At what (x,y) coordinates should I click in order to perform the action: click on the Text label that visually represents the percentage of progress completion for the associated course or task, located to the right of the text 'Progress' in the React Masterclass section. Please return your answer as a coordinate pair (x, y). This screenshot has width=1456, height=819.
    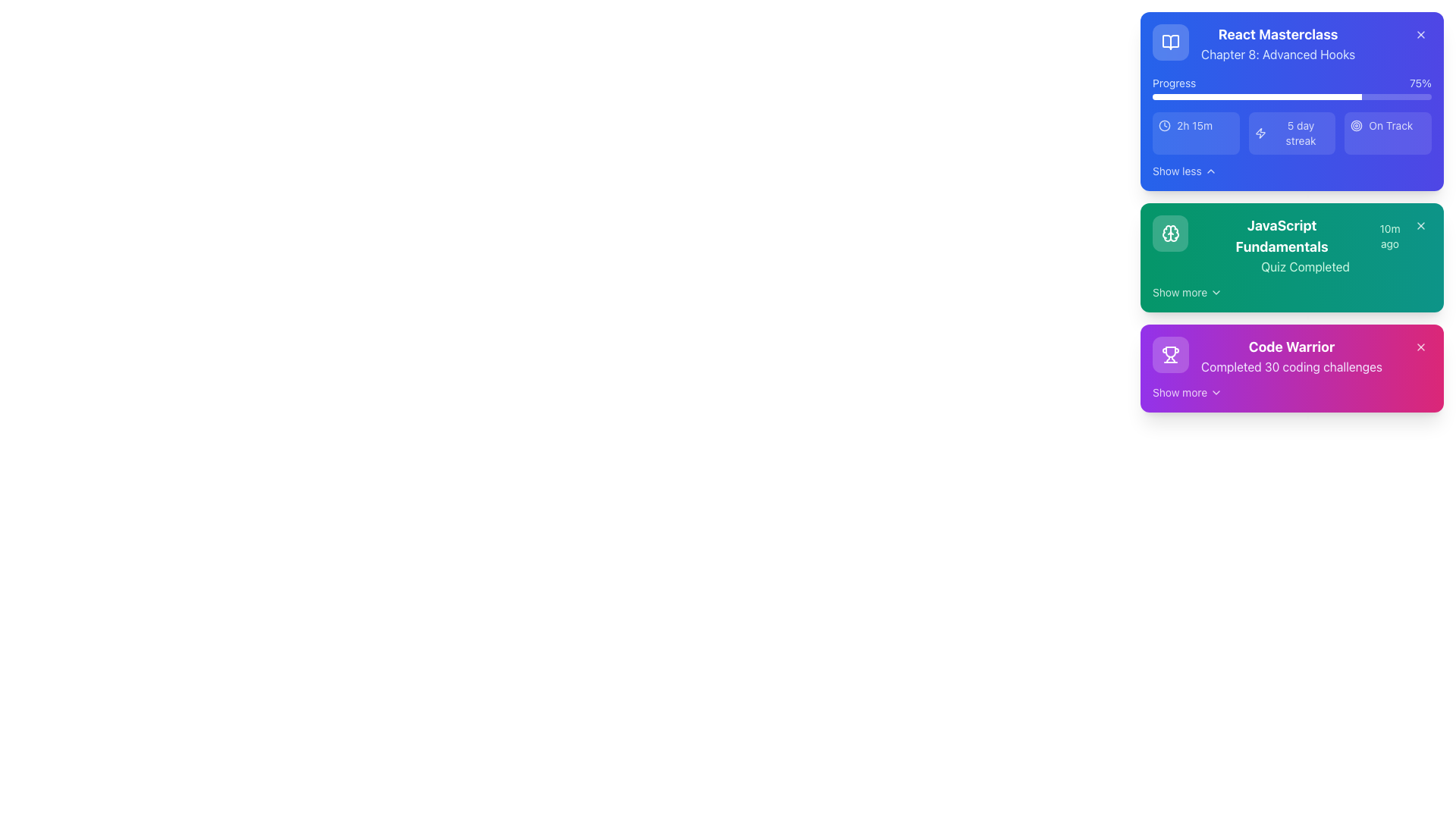
    Looking at the image, I should click on (1420, 83).